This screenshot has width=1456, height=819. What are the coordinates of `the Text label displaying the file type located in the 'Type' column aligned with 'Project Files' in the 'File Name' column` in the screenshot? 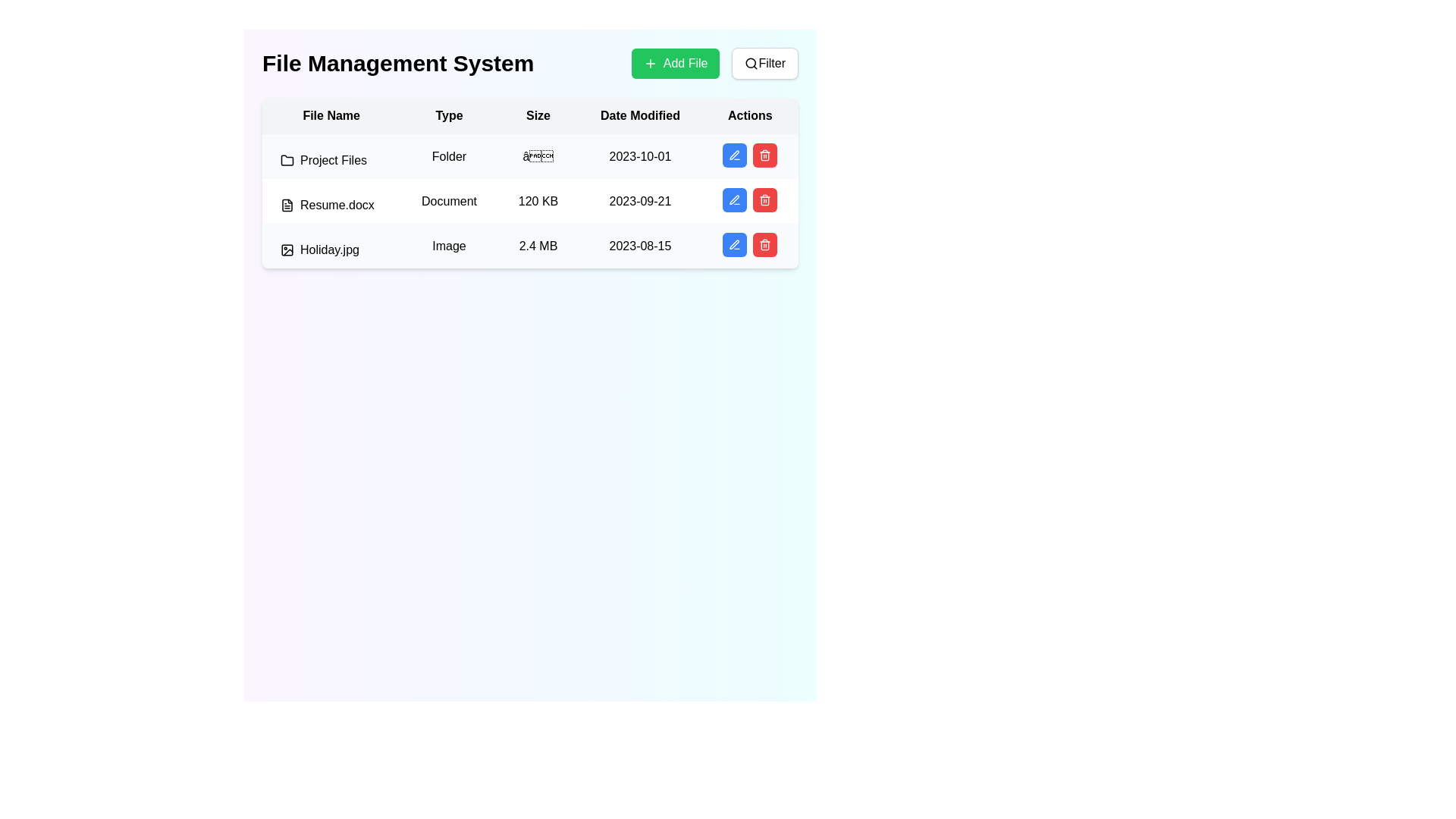 It's located at (448, 156).